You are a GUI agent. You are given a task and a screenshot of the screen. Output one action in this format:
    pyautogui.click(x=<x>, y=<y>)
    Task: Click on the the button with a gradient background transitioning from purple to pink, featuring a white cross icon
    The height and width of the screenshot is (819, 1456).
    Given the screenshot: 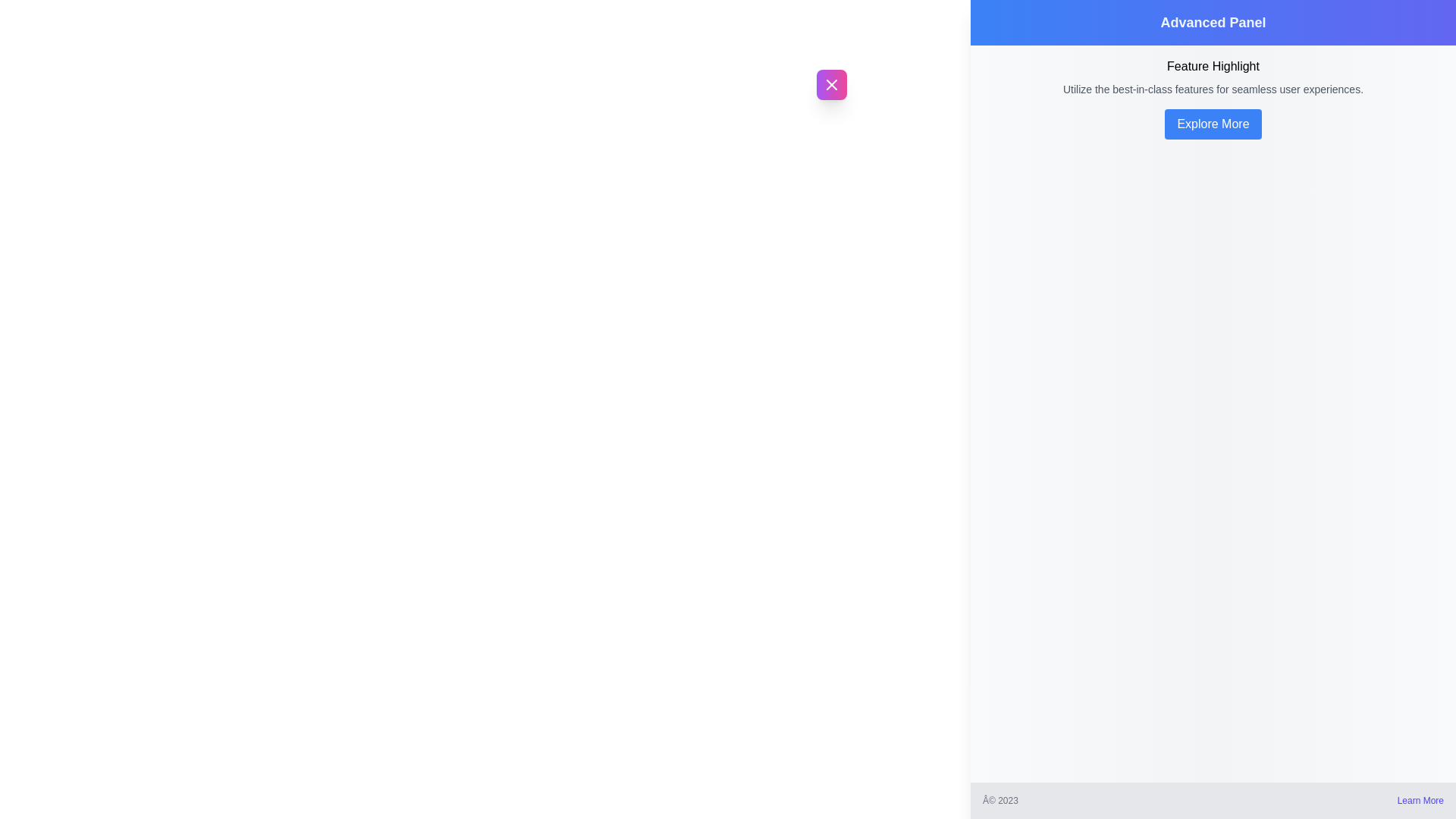 What is the action you would take?
    pyautogui.click(x=830, y=84)
    